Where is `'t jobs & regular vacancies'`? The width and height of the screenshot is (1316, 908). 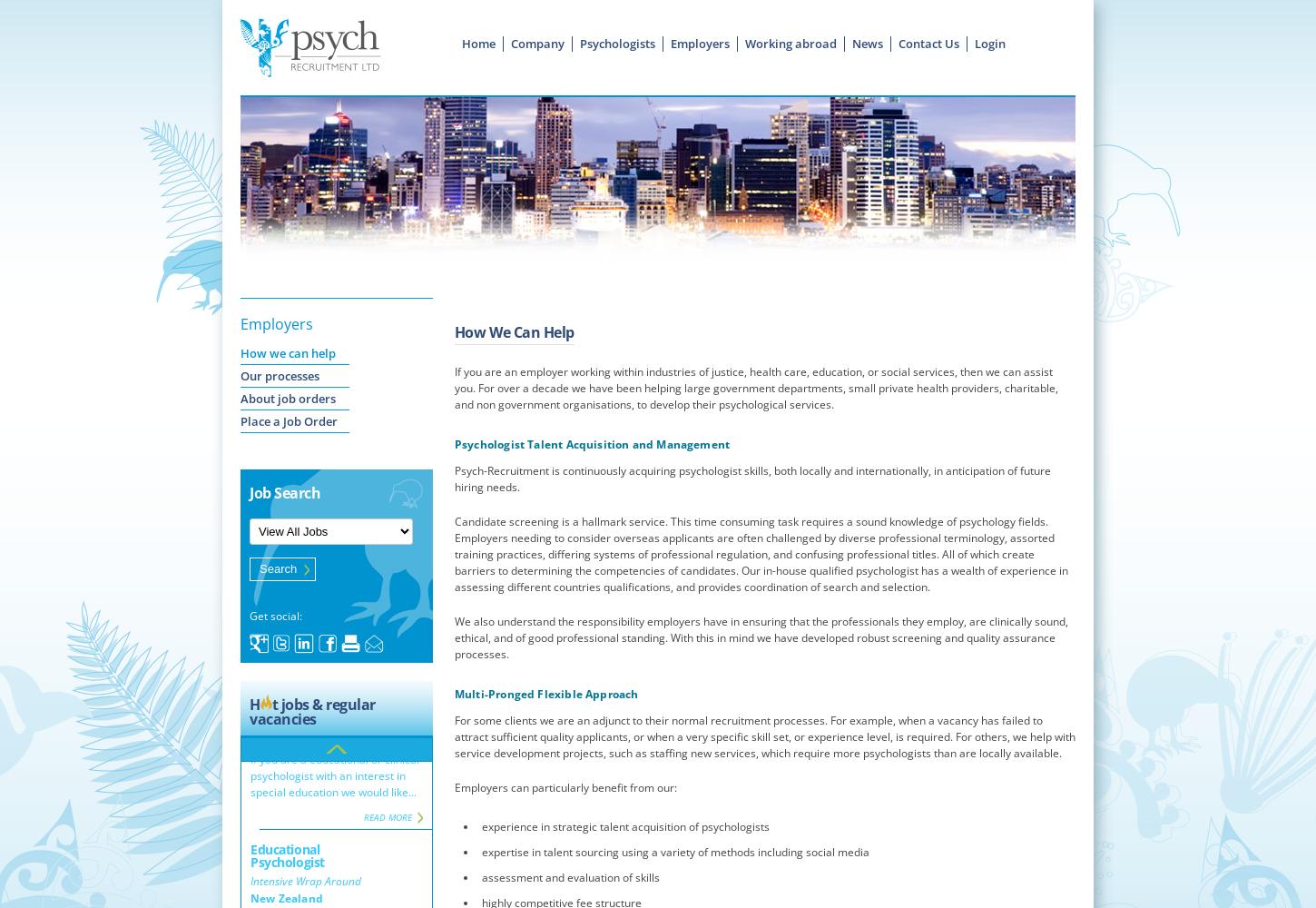 't jobs & regular vacancies' is located at coordinates (311, 712).